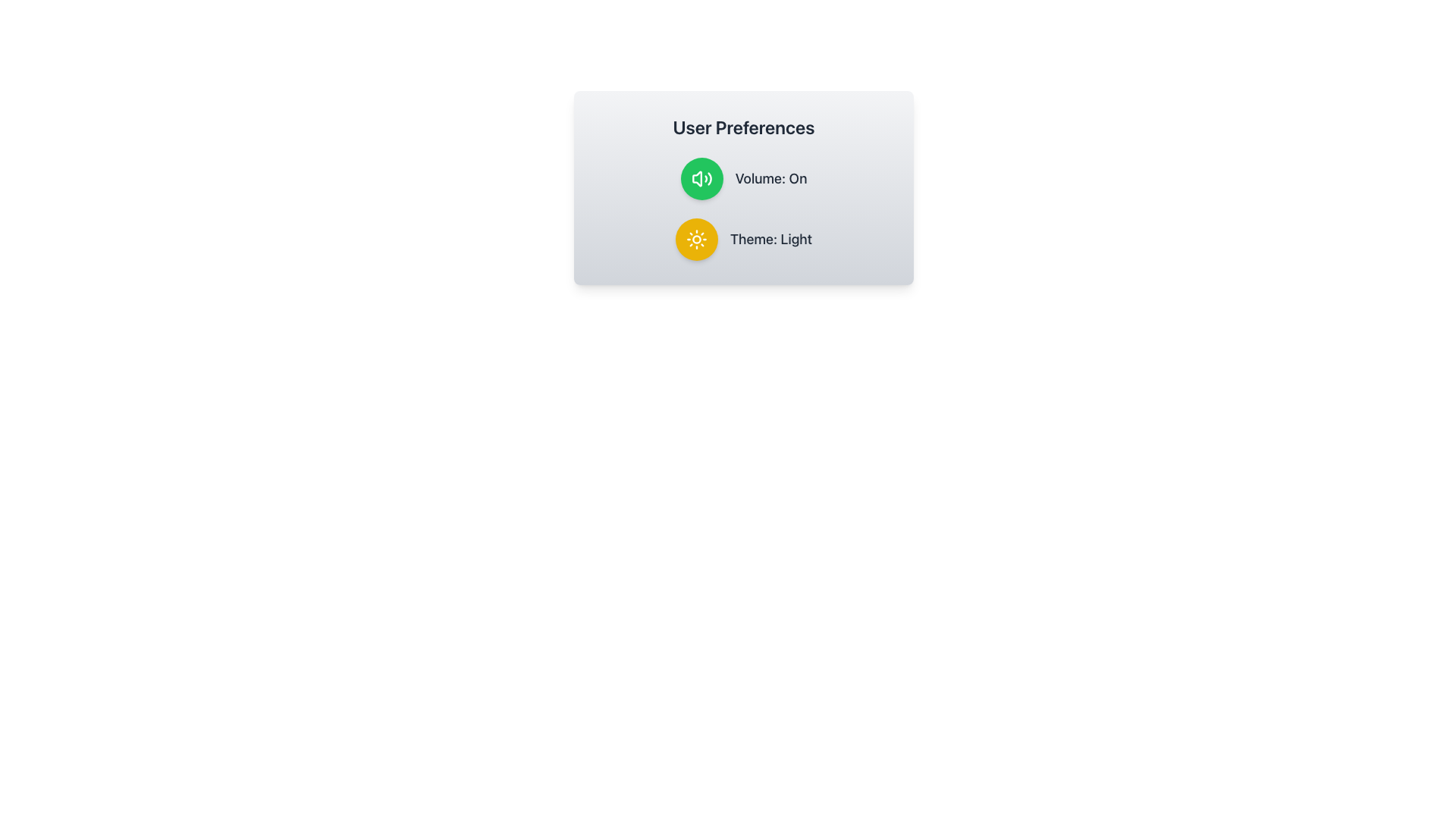  I want to click on text of the informational display indicating the volume status, which is represented by a green circular icon with a speaker symbol and the text 'Volume: On', so click(743, 177).